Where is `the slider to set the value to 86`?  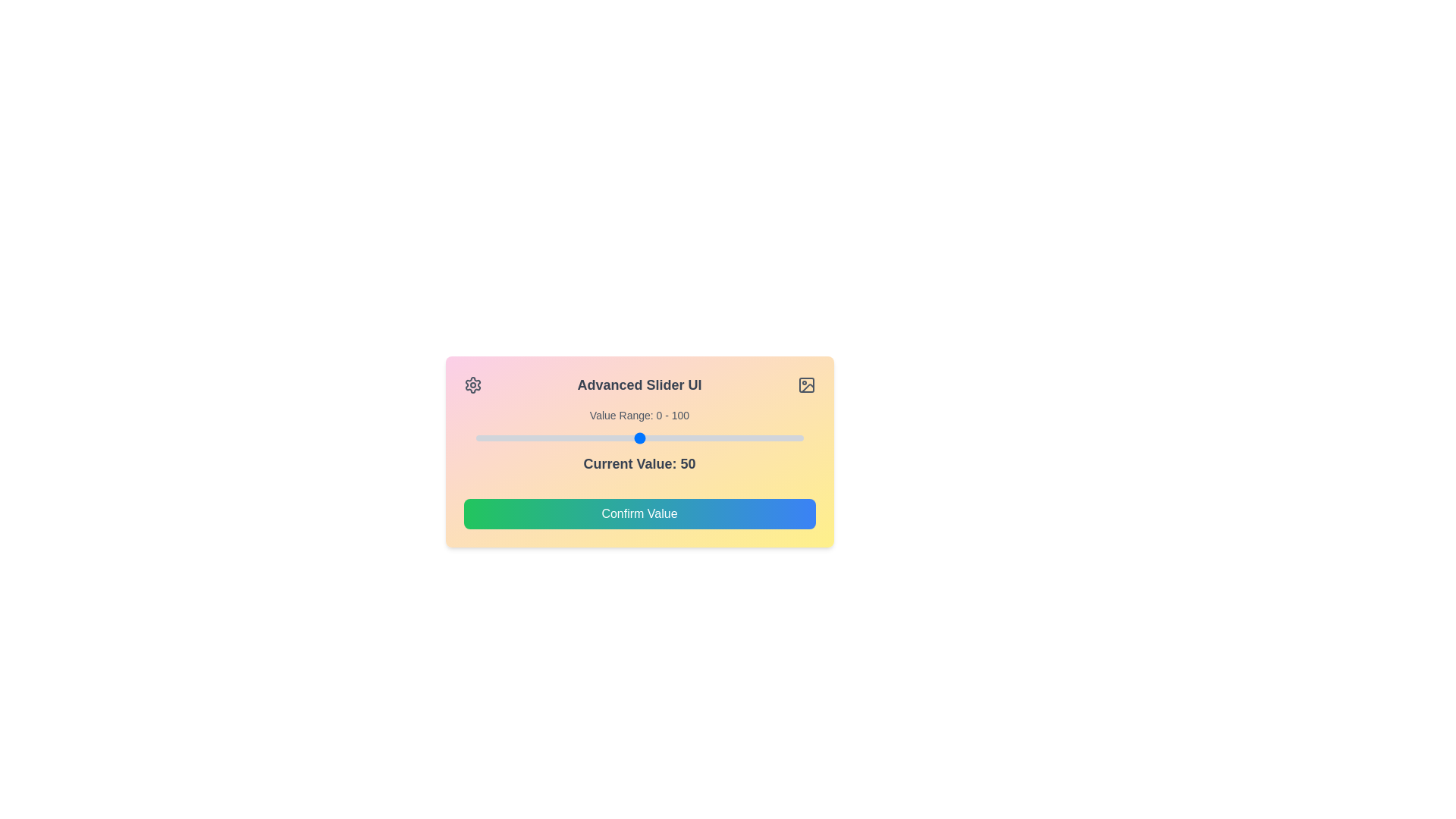 the slider to set the value to 86 is located at coordinates (757, 438).